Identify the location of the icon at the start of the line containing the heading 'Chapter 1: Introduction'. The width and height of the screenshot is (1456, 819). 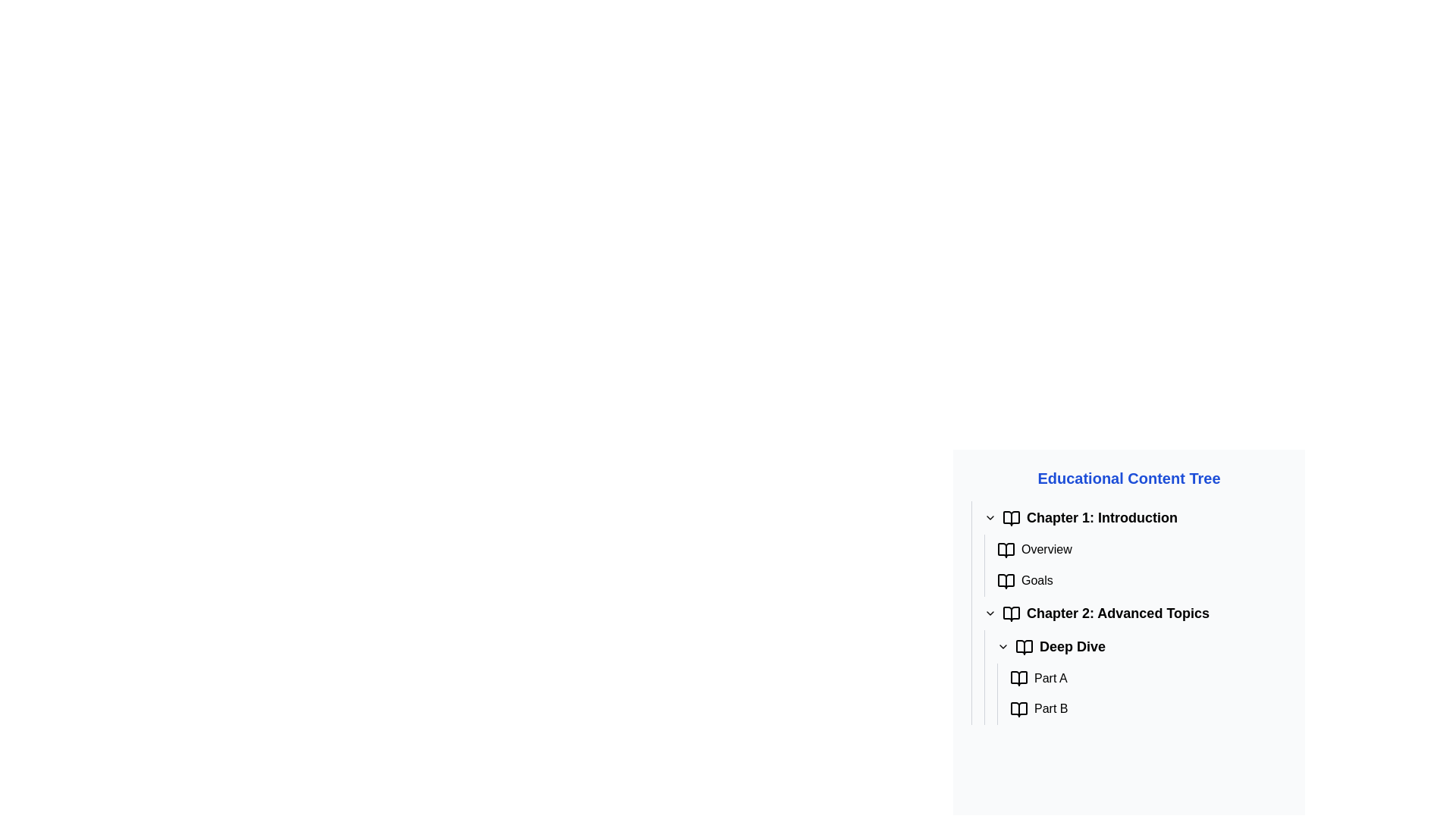
(1012, 517).